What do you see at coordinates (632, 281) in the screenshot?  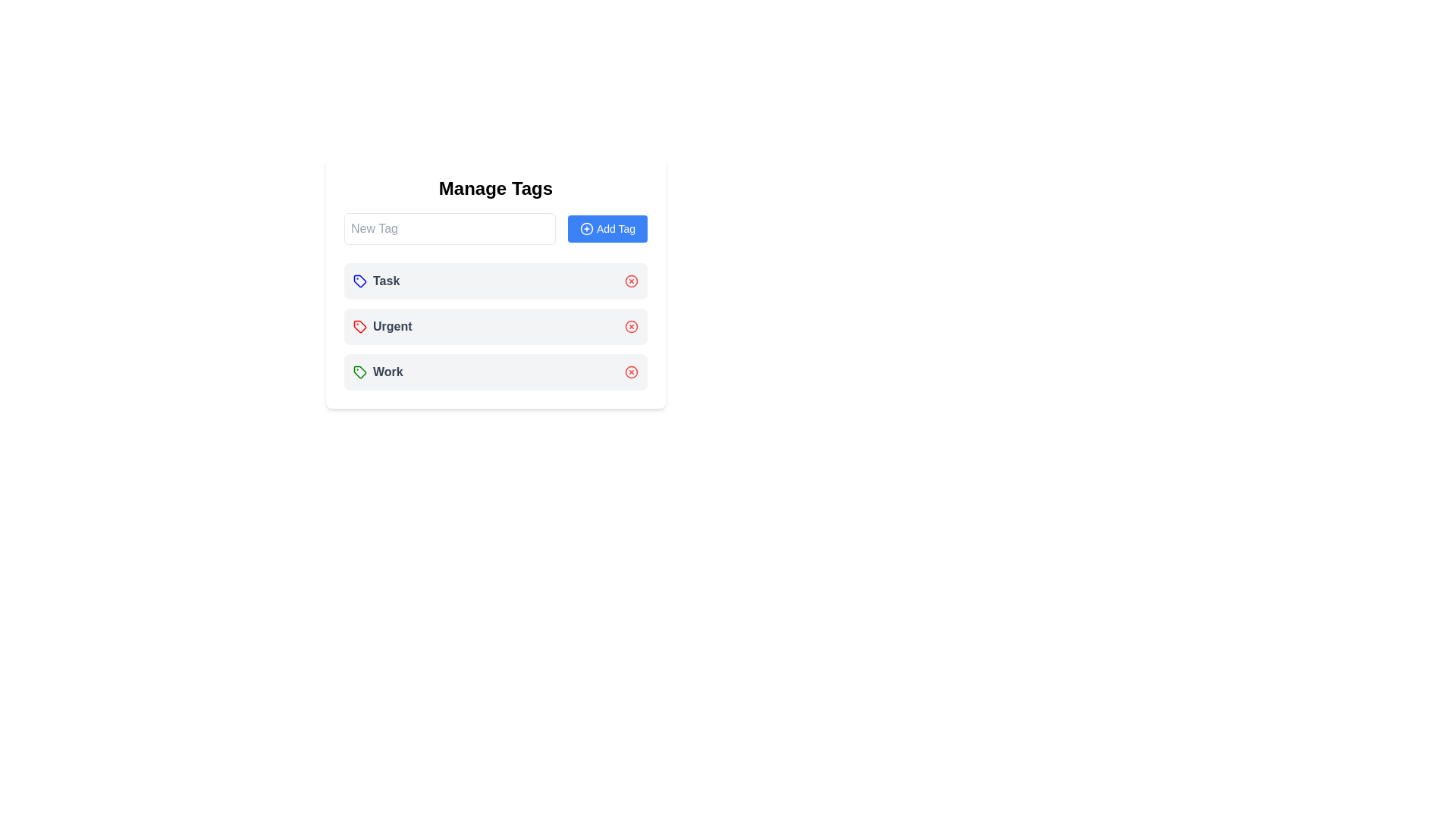 I see `the Circular SVG element that signifies a status or actionable item next to the 'Task' label` at bounding box center [632, 281].